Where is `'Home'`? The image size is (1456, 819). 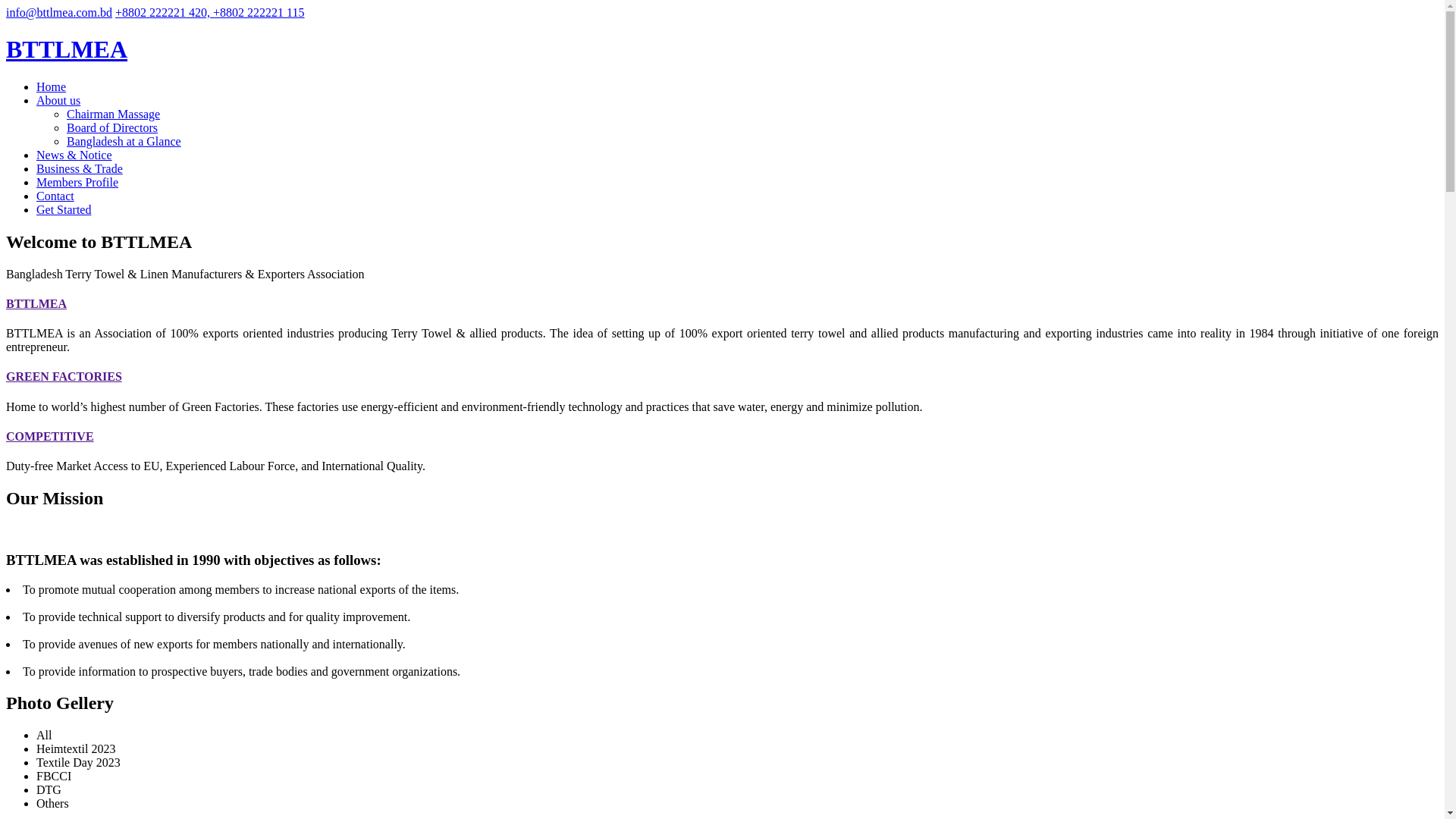
'Home' is located at coordinates (51, 86).